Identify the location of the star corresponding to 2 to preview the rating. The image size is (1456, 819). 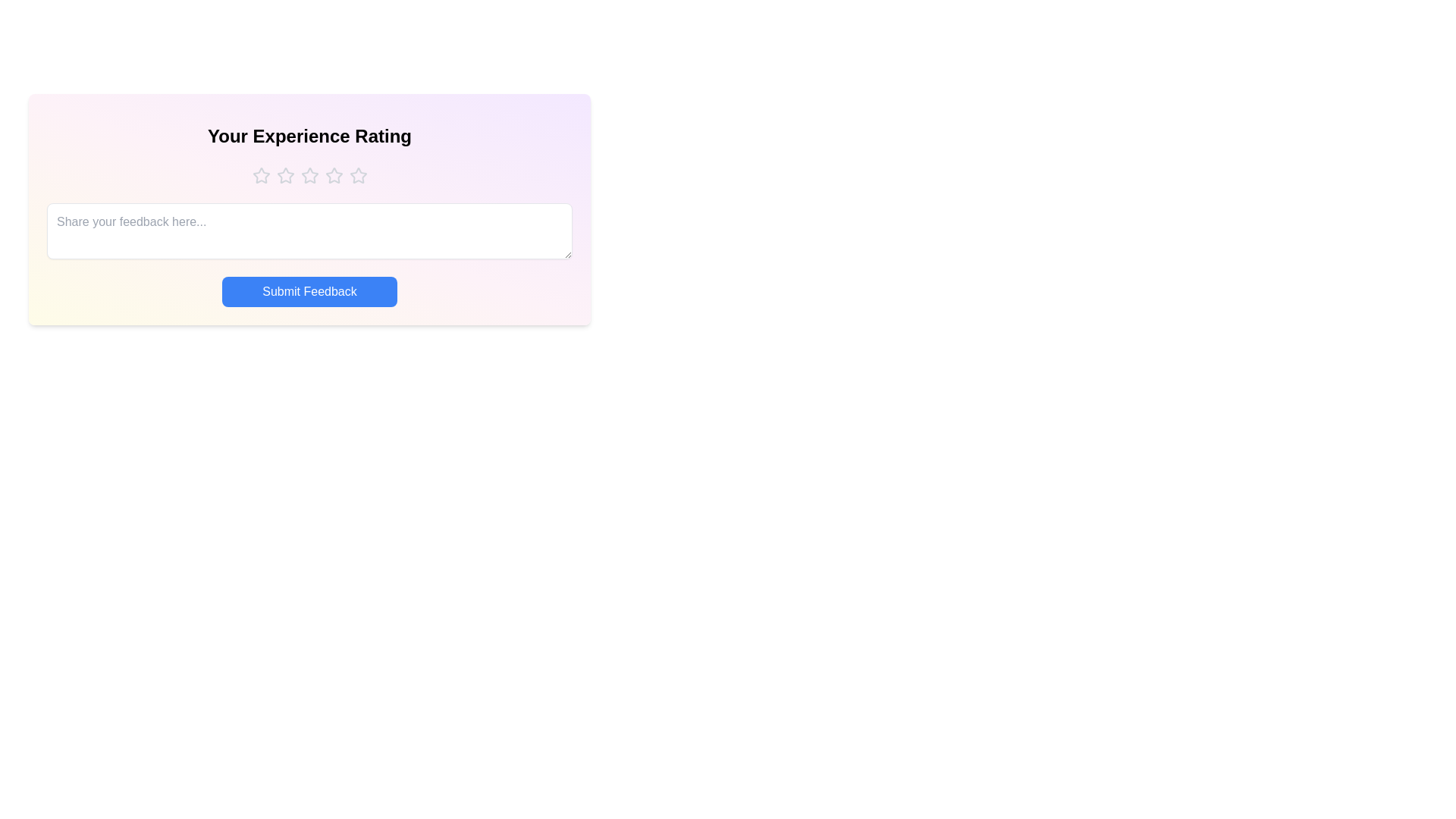
(285, 174).